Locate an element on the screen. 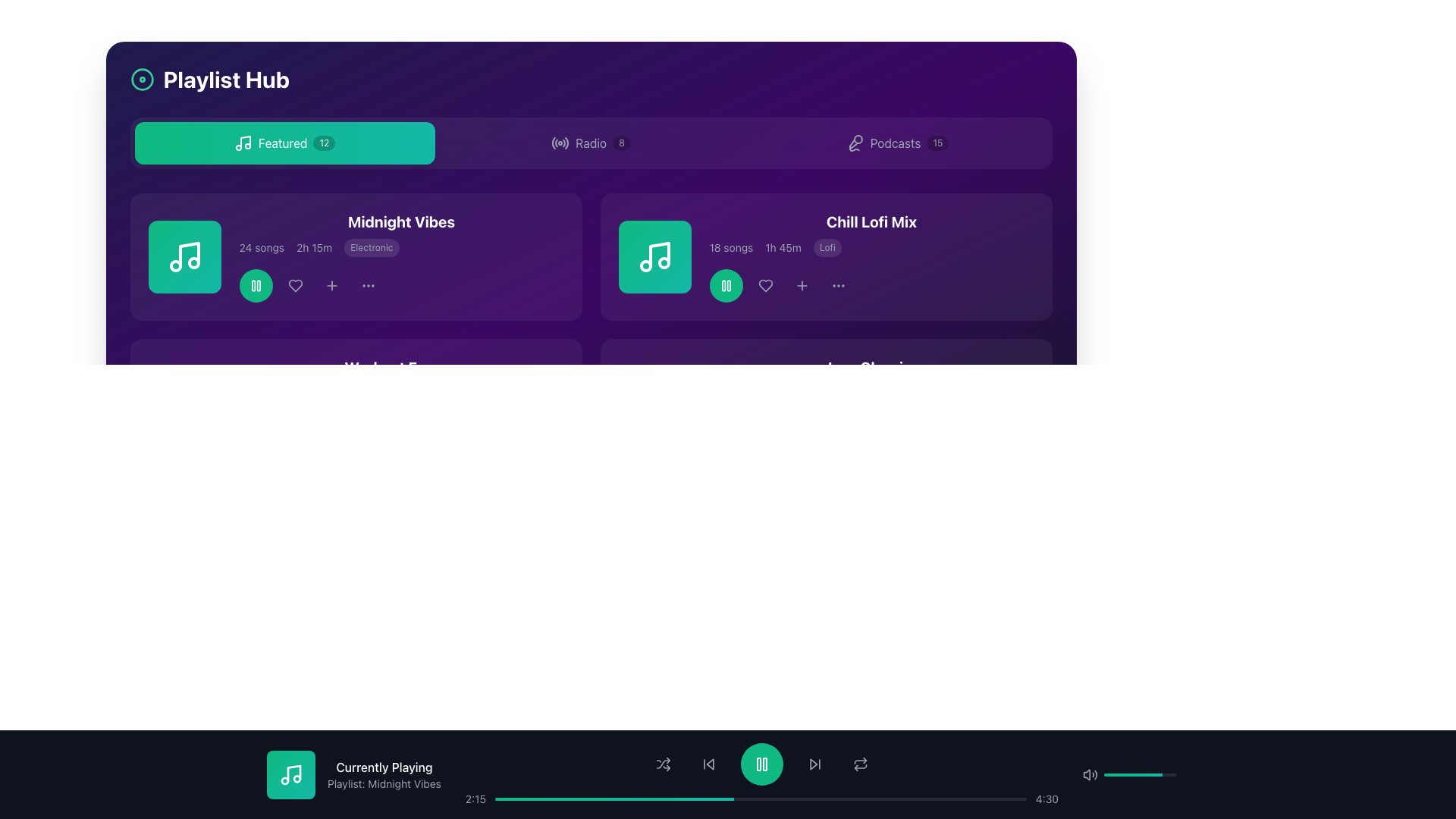 The width and height of the screenshot is (1456, 819). the 'Podcasts' text label in the top-right section of the menu, which is positioned between an icon and a badge displaying '15' is located at coordinates (895, 143).